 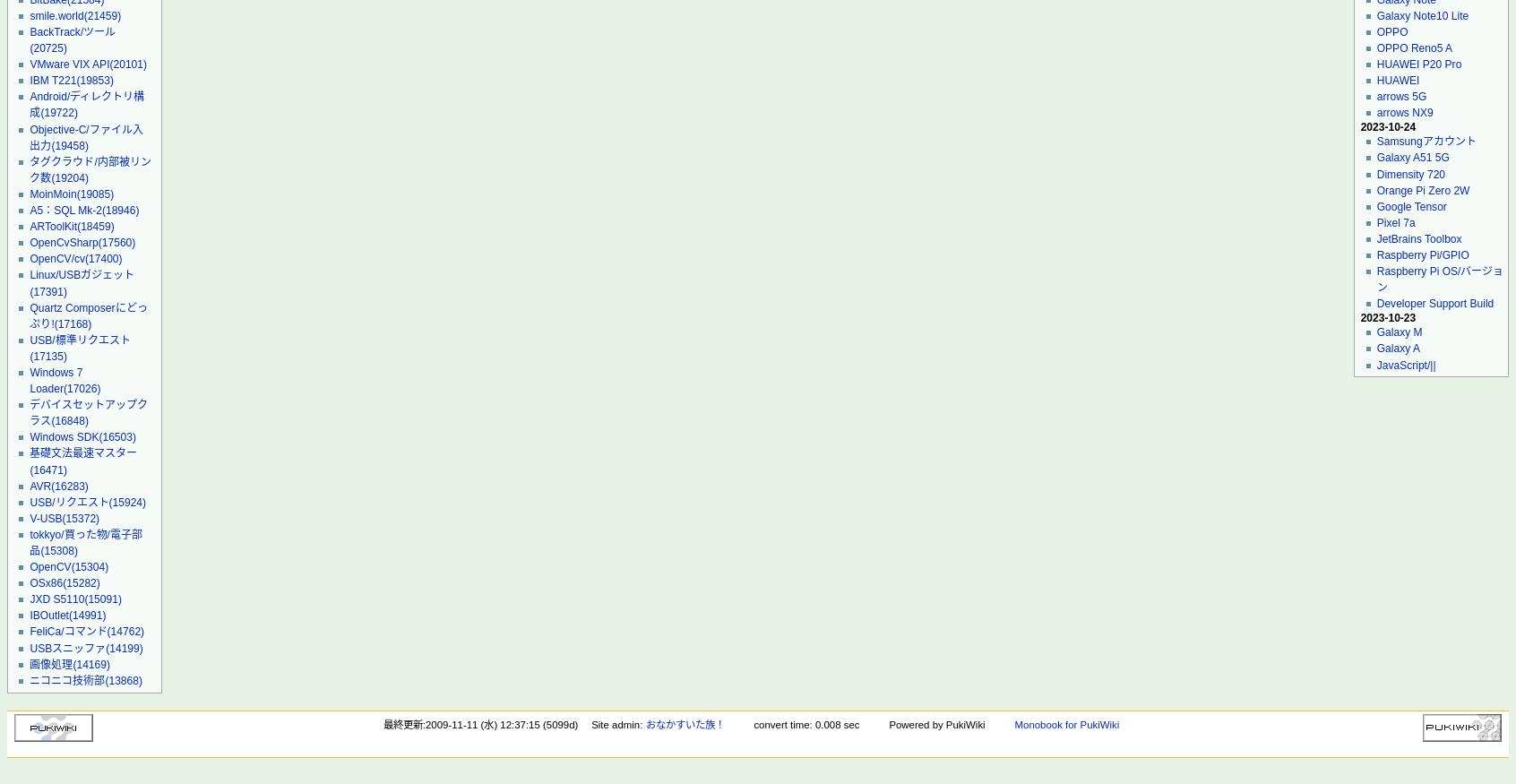 I want to click on '(16471)', so click(x=47, y=469).